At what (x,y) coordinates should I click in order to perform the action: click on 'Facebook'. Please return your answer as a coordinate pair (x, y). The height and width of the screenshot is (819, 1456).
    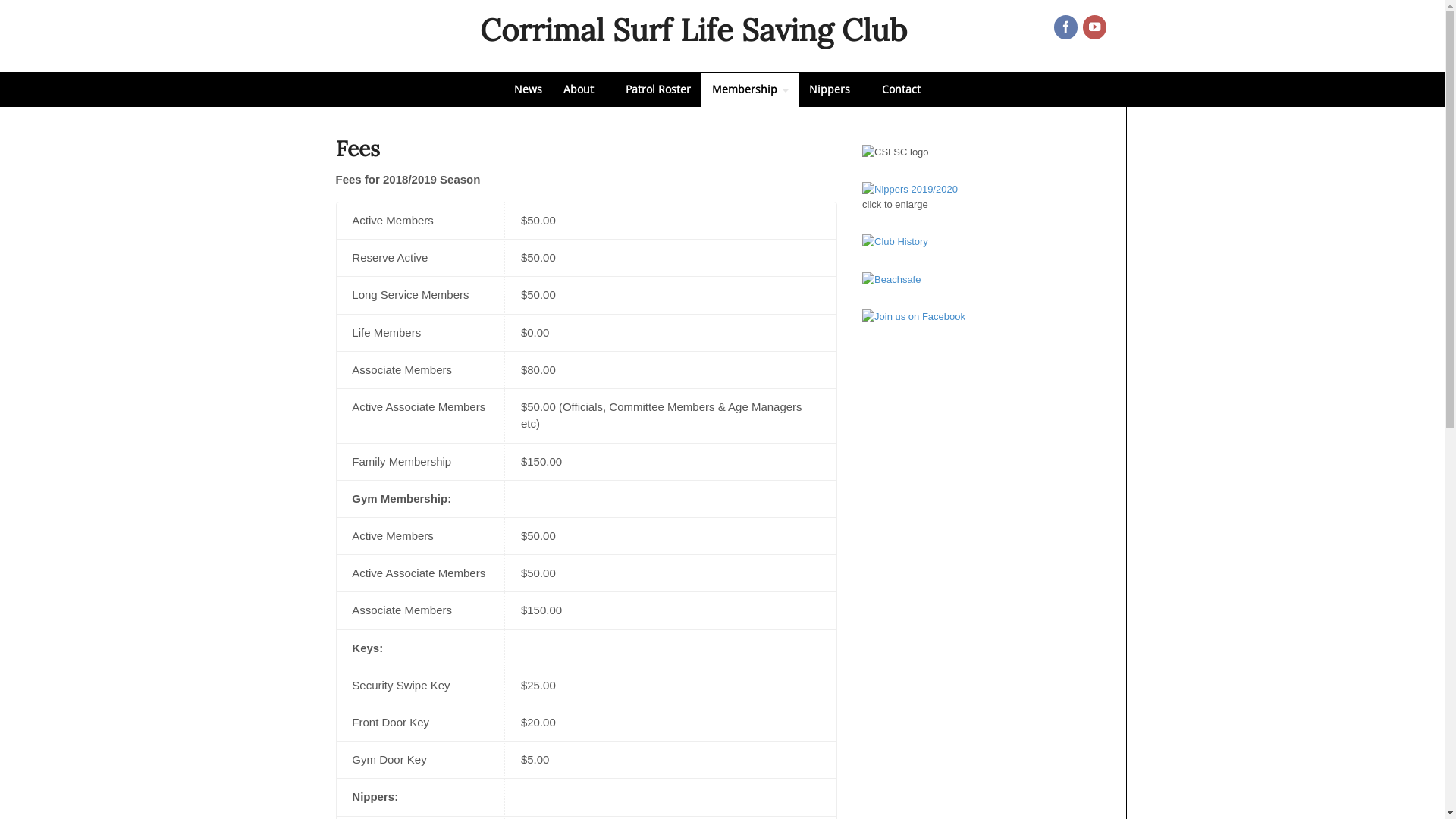
    Looking at the image, I should click on (1065, 28).